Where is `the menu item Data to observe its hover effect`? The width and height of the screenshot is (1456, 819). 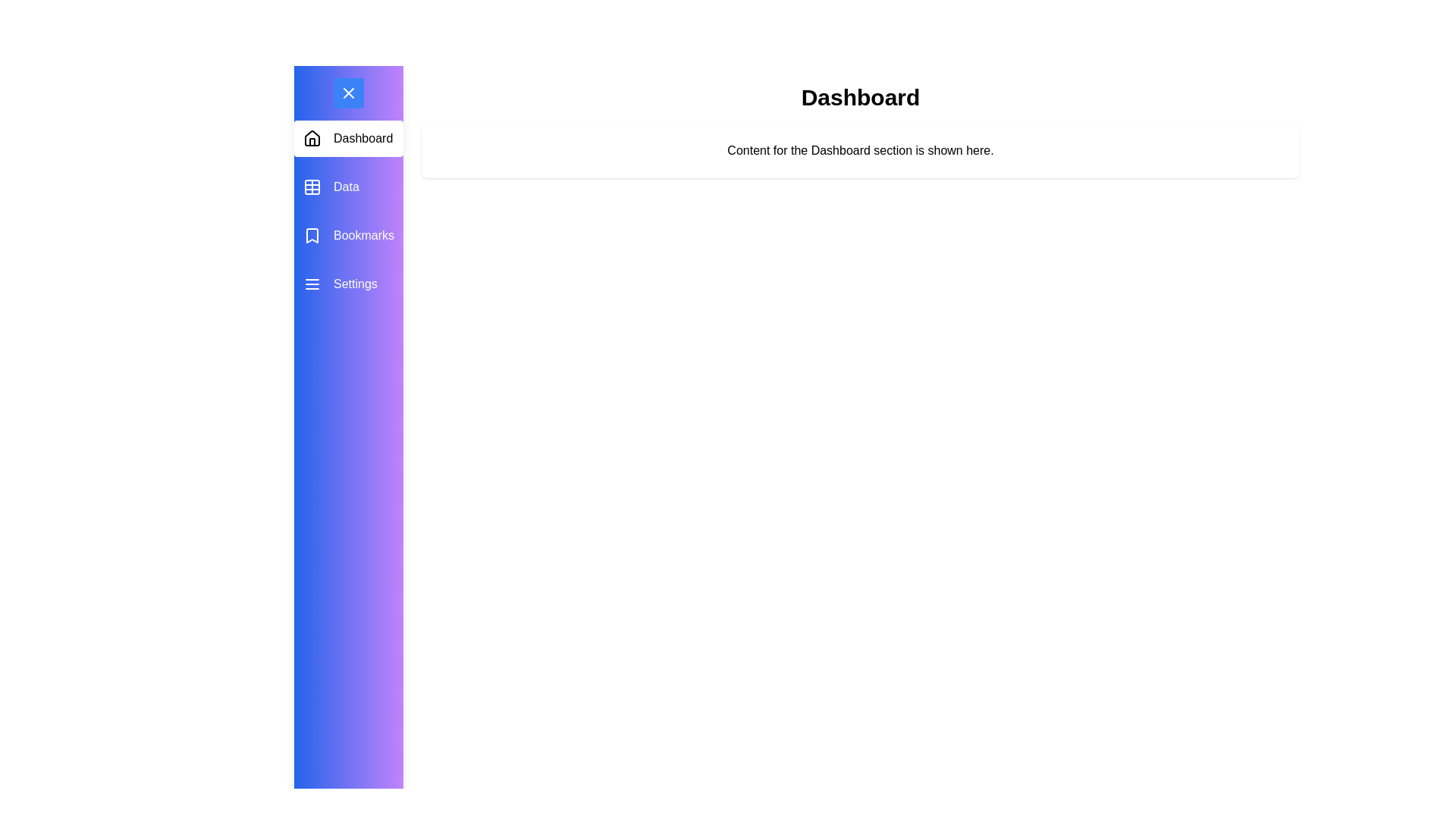
the menu item Data to observe its hover effect is located at coordinates (348, 186).